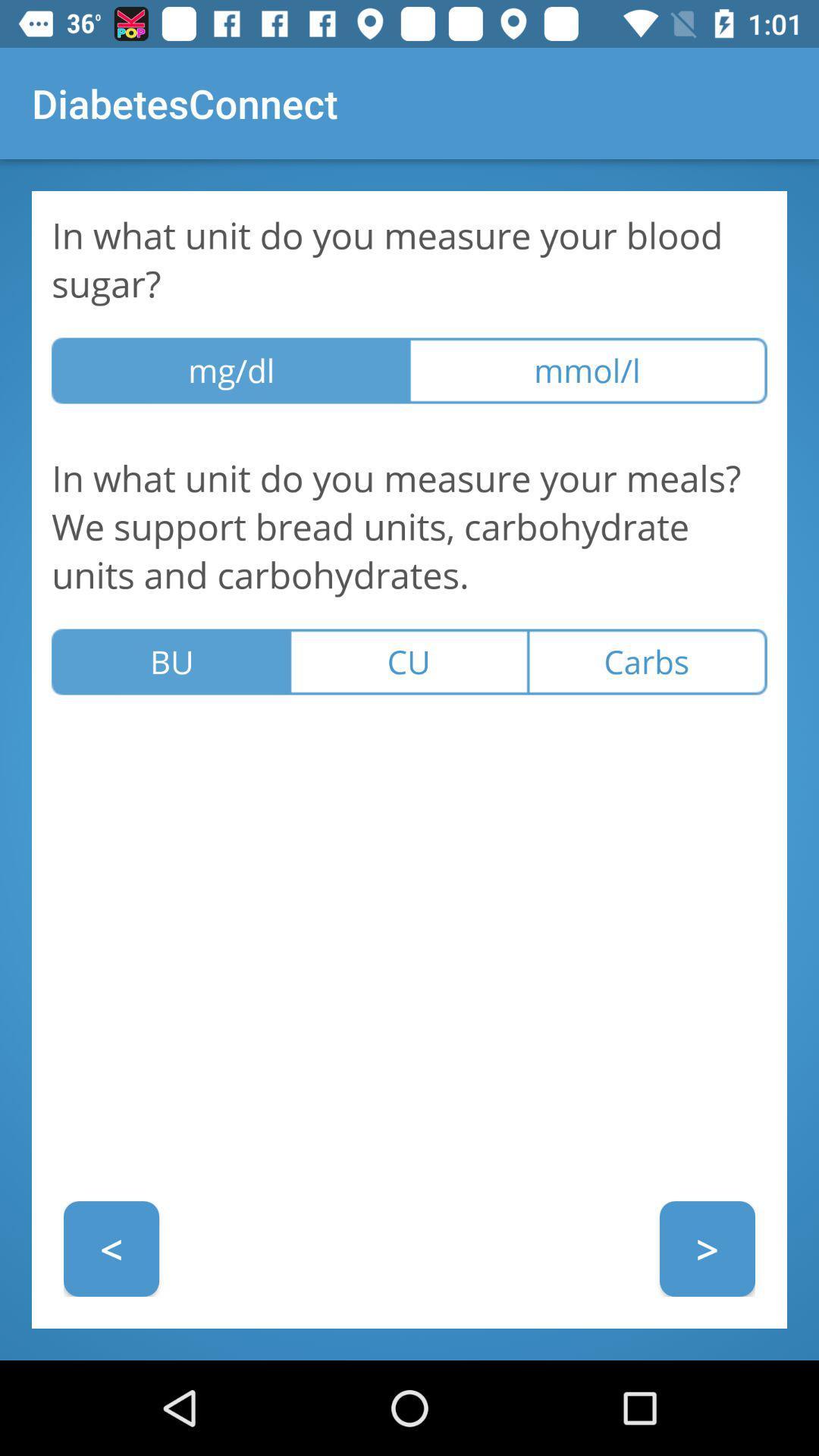 The image size is (819, 1456). Describe the element at coordinates (708, 1248) in the screenshot. I see `the > at the bottom right corner` at that location.